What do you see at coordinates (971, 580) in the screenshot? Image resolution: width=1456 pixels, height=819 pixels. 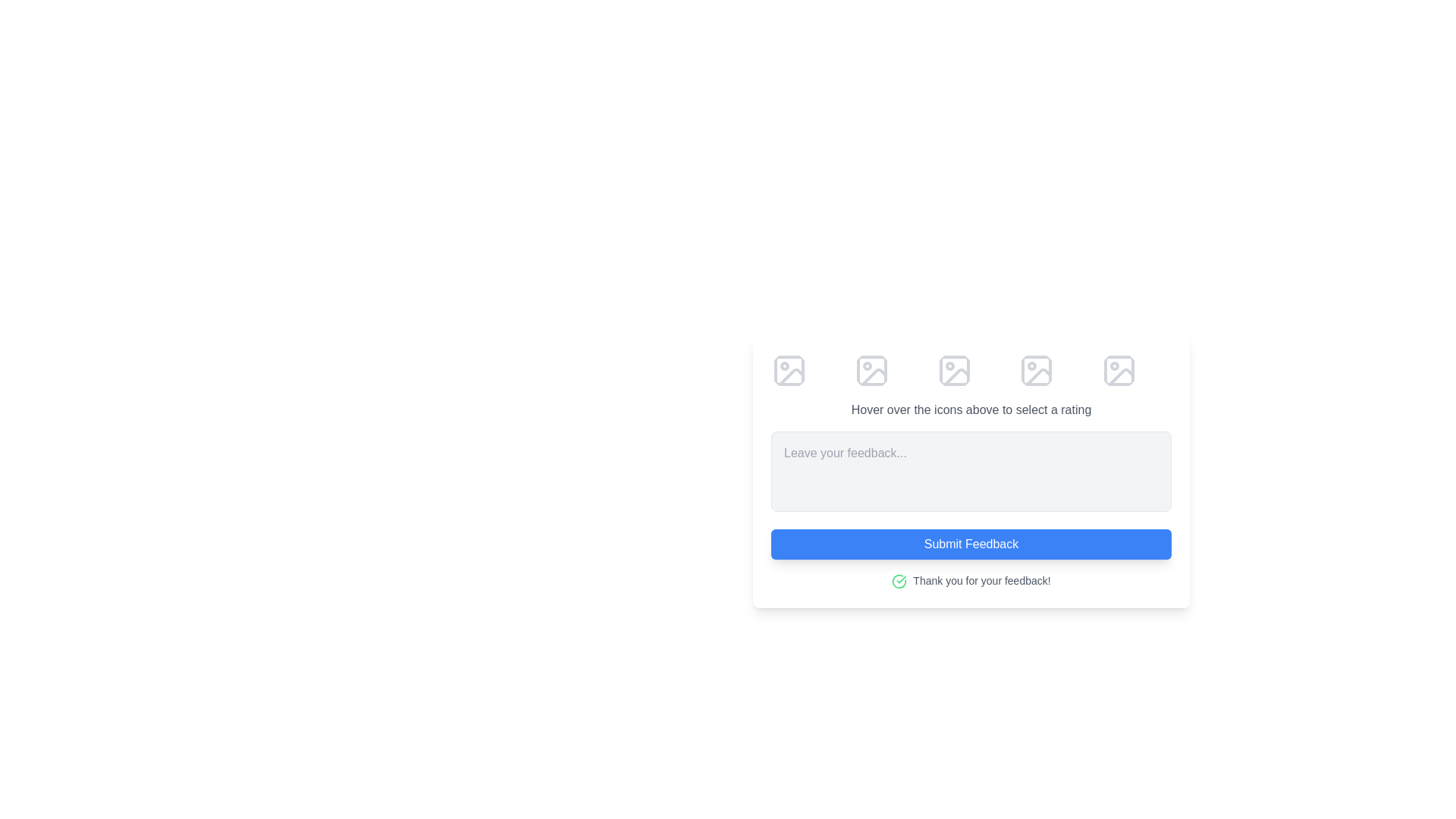 I see `static text message 'Thank you for your feedback!' which is displayed in a centered alignment below the Submit Feedback button, accompanied by a green circular checkmark icon` at bounding box center [971, 580].